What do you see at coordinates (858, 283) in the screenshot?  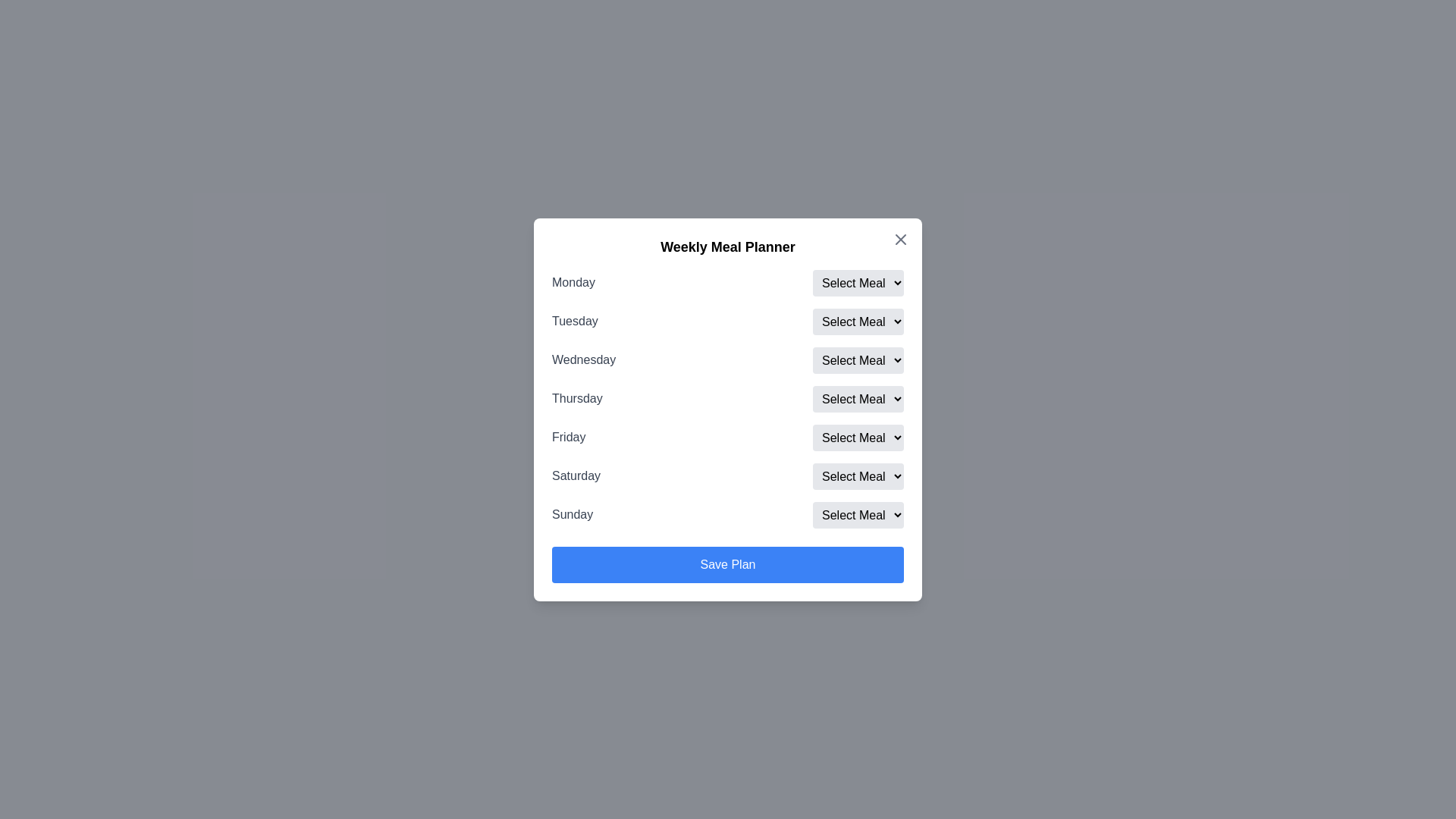 I see `the dropdown menu for a specific day to view the current meal selection` at bounding box center [858, 283].